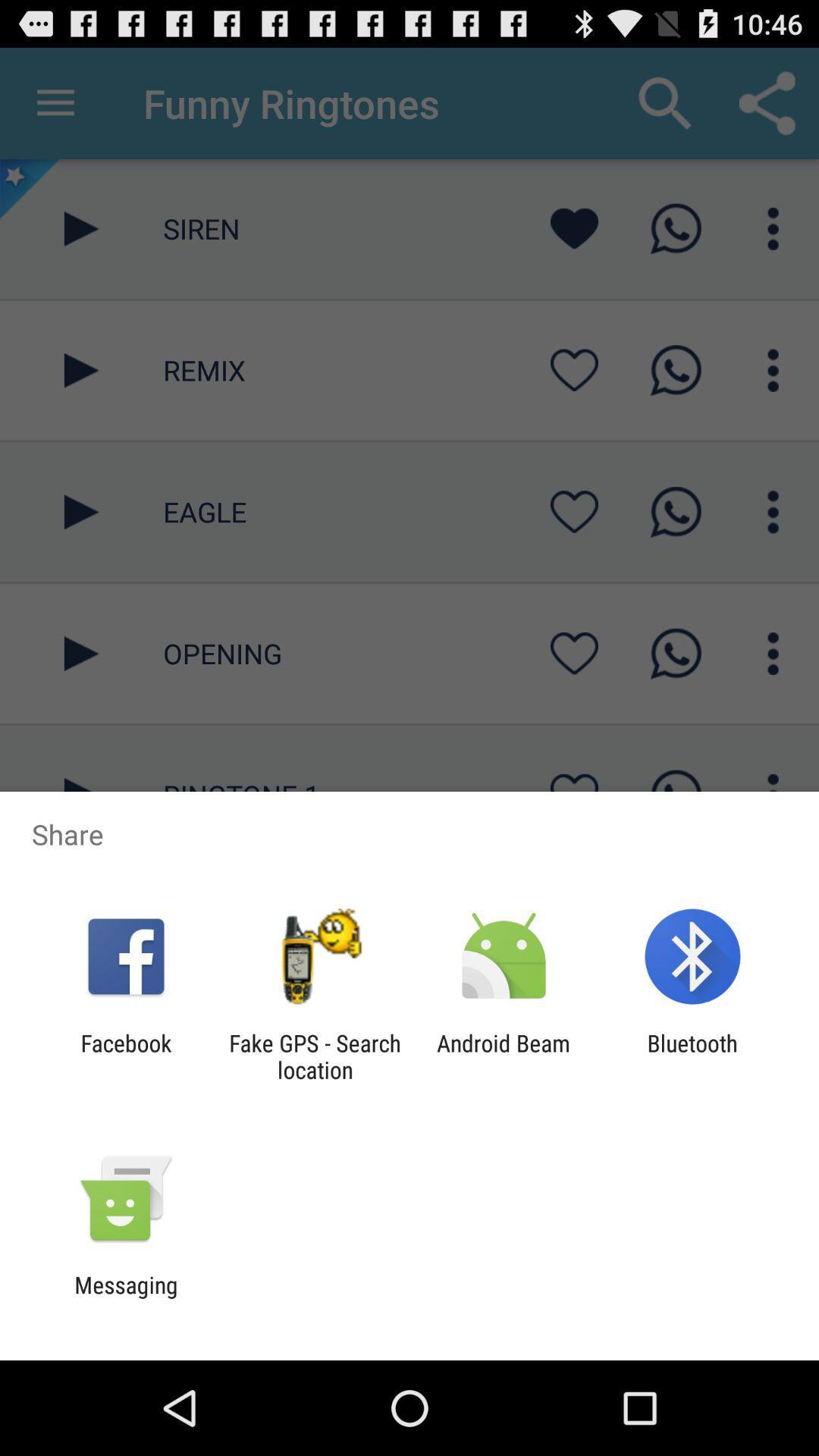 The height and width of the screenshot is (1456, 819). What do you see at coordinates (692, 1056) in the screenshot?
I see `item next to the android beam item` at bounding box center [692, 1056].